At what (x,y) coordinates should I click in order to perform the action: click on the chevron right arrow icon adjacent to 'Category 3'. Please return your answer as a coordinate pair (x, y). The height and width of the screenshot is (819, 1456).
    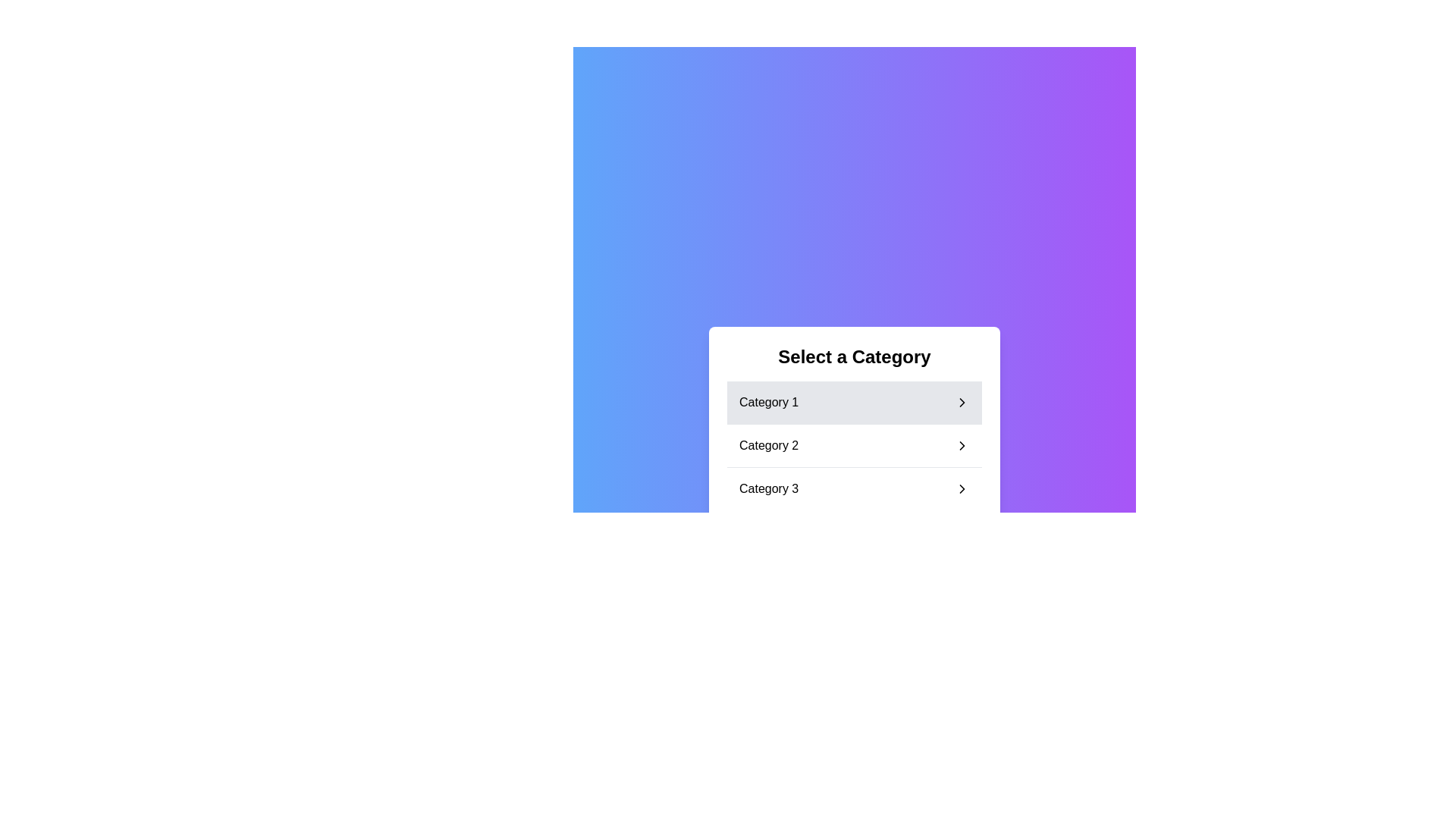
    Looking at the image, I should click on (961, 488).